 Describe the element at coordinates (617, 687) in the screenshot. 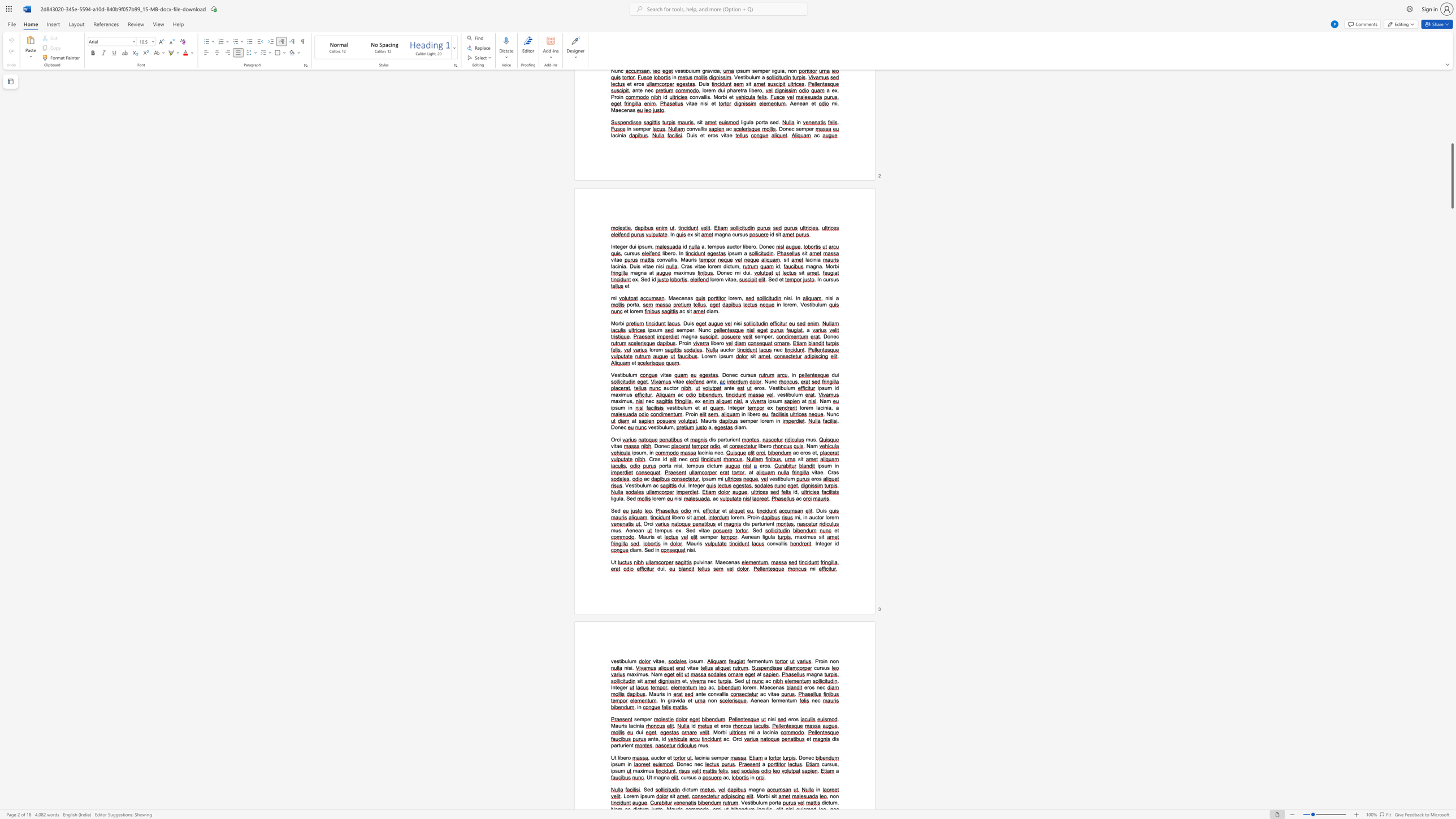

I see `the space between the continuous character "t" and "e" in the text` at that location.